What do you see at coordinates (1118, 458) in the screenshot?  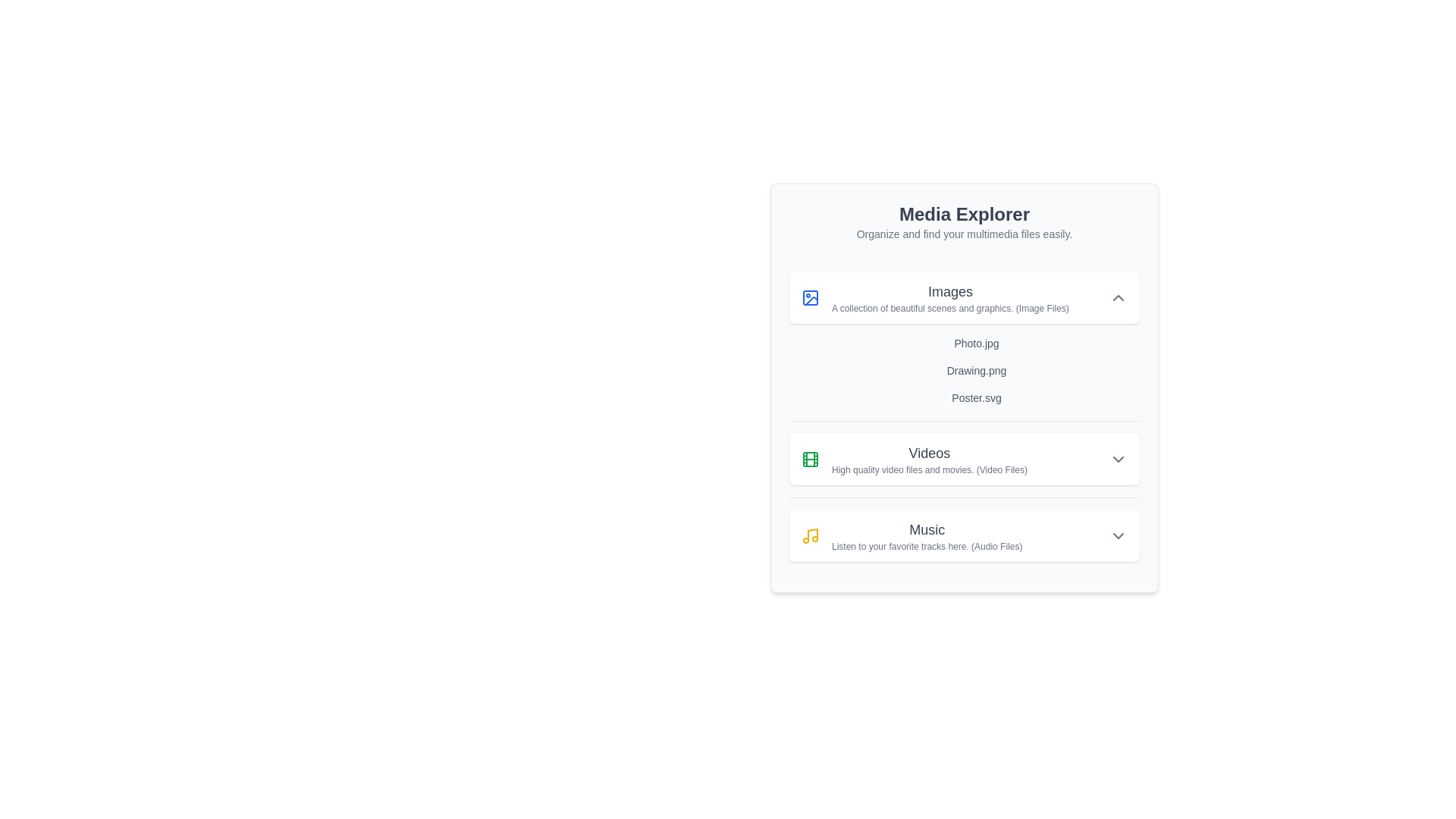 I see `the Dropdown indicator icon in the 'Videos' section` at bounding box center [1118, 458].